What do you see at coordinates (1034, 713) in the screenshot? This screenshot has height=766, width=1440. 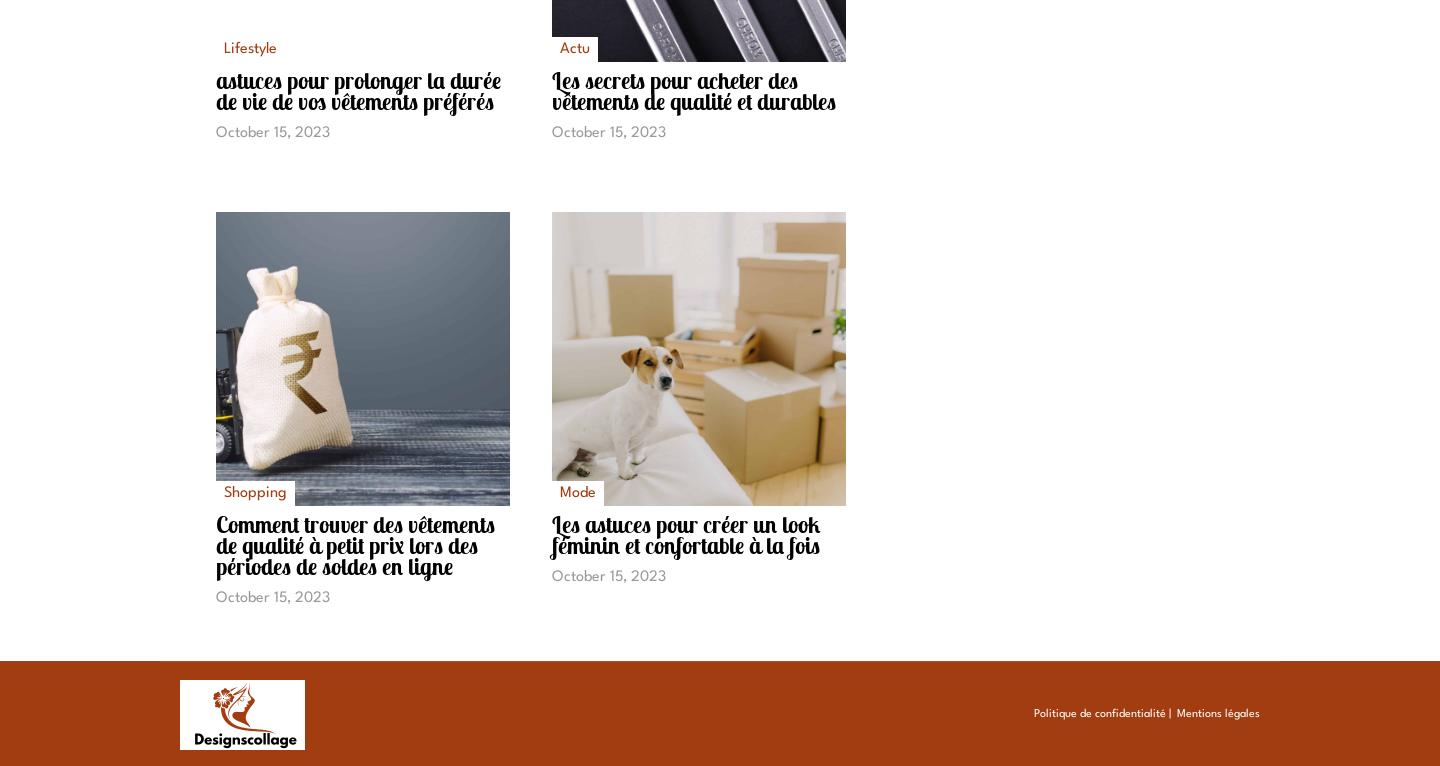 I see `'Politique de confidentialité |'` at bounding box center [1034, 713].